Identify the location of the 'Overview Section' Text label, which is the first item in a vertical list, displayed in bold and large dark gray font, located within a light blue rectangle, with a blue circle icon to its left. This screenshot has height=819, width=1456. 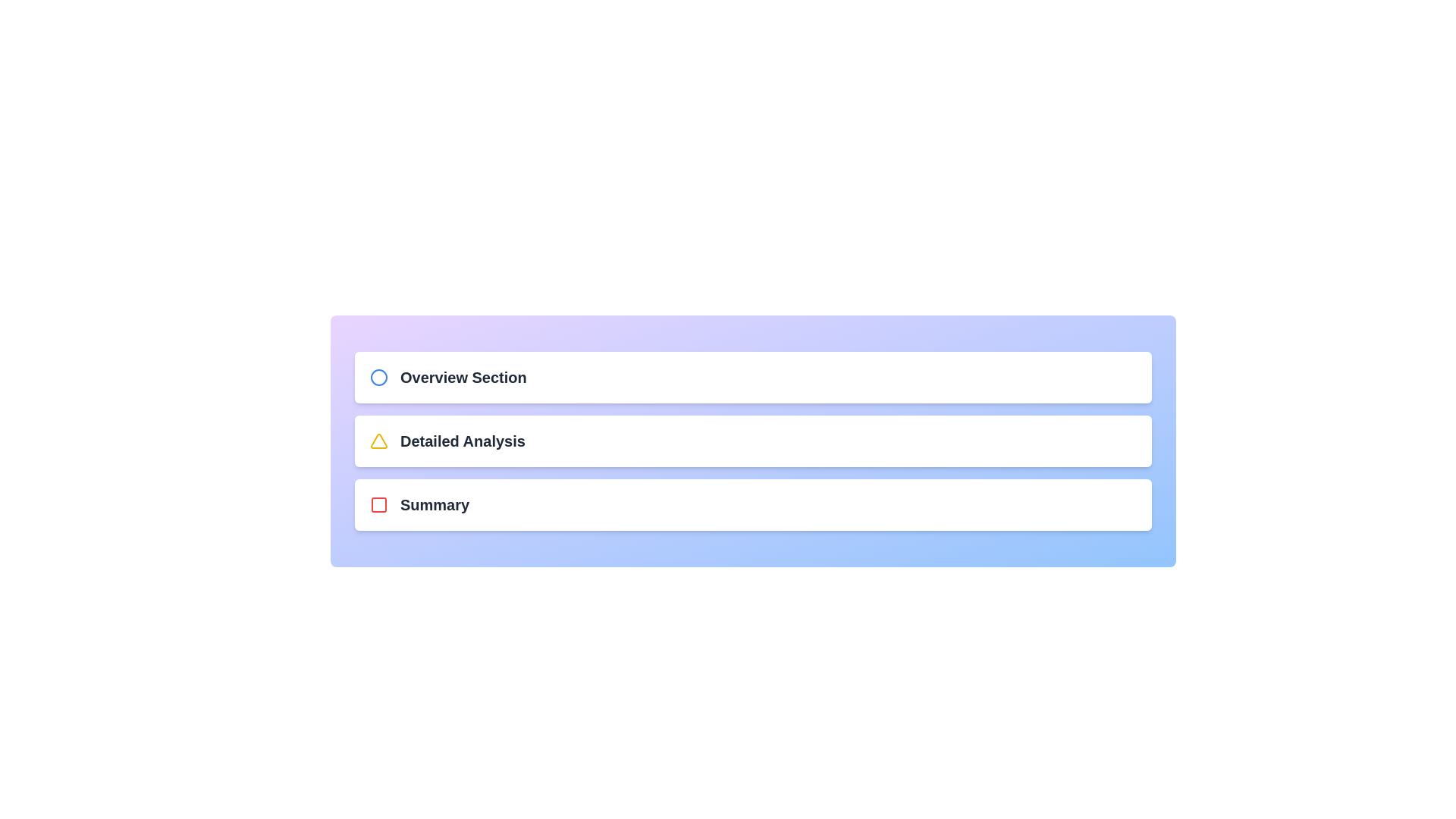
(463, 376).